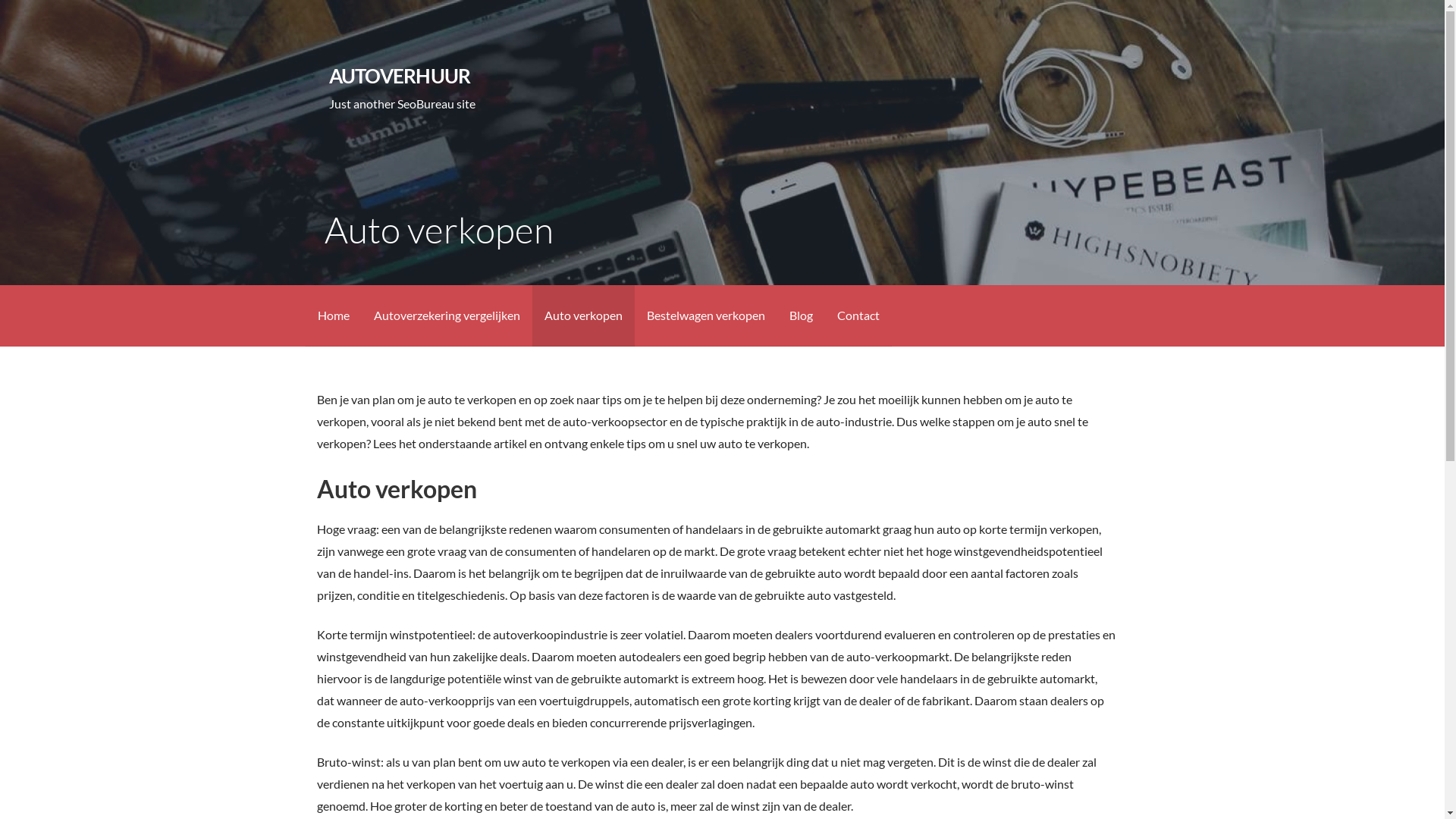 The height and width of the screenshot is (819, 1456). Describe the element at coordinates (328, 76) in the screenshot. I see `'AUTOVERHUUR'` at that location.